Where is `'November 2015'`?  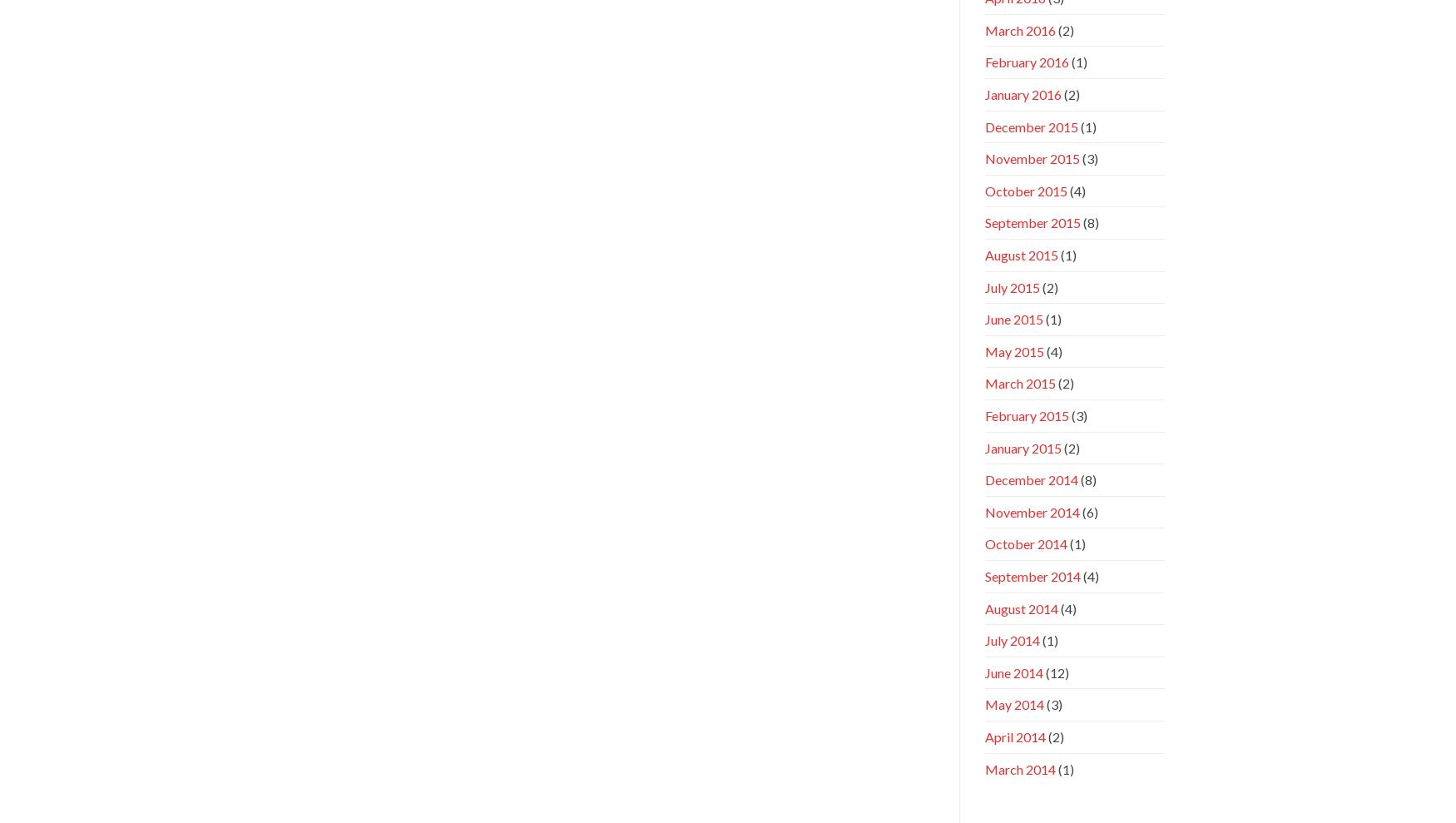 'November 2015' is located at coordinates (1032, 158).